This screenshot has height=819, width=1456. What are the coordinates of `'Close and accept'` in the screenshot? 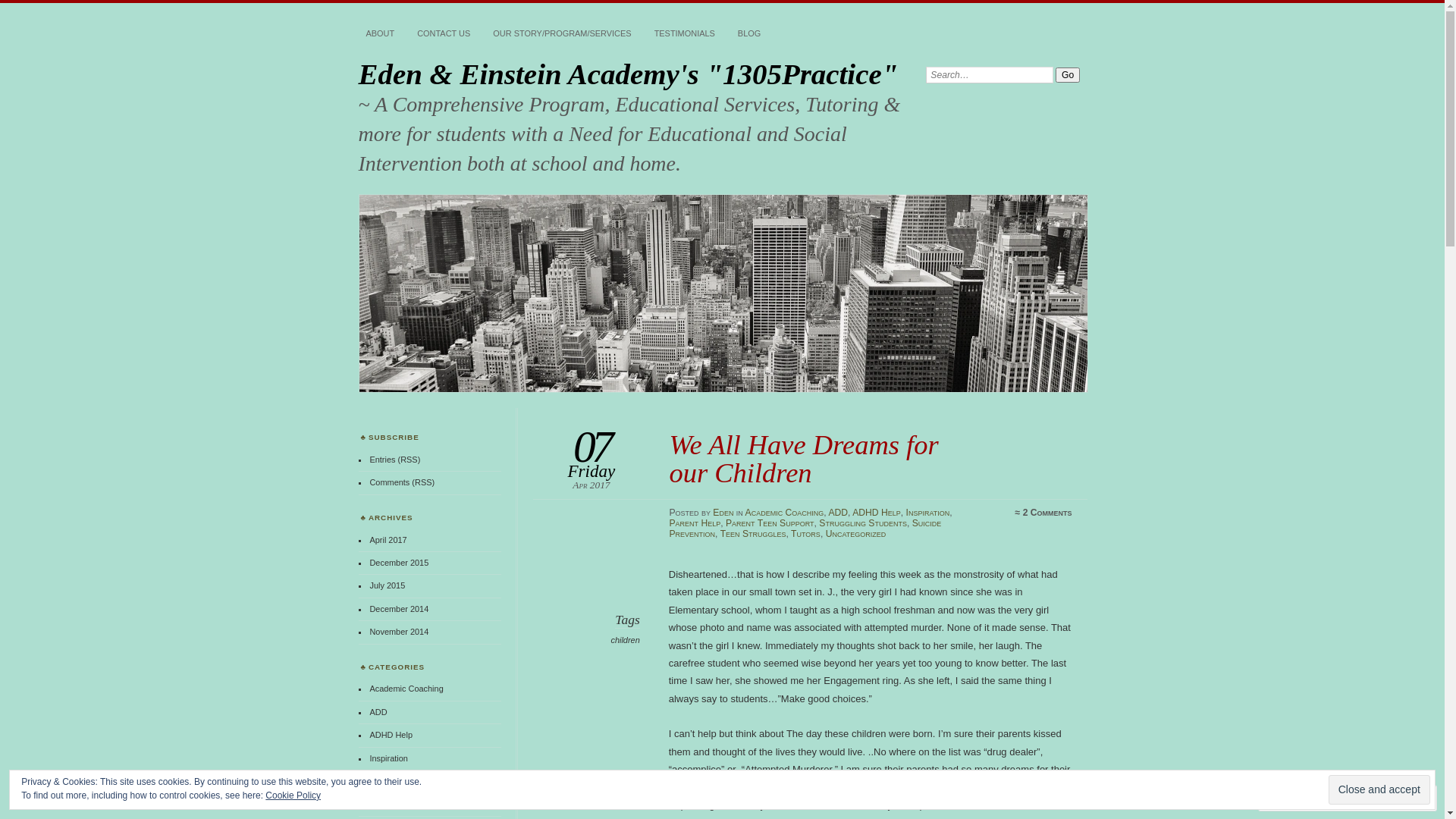 It's located at (1379, 789).